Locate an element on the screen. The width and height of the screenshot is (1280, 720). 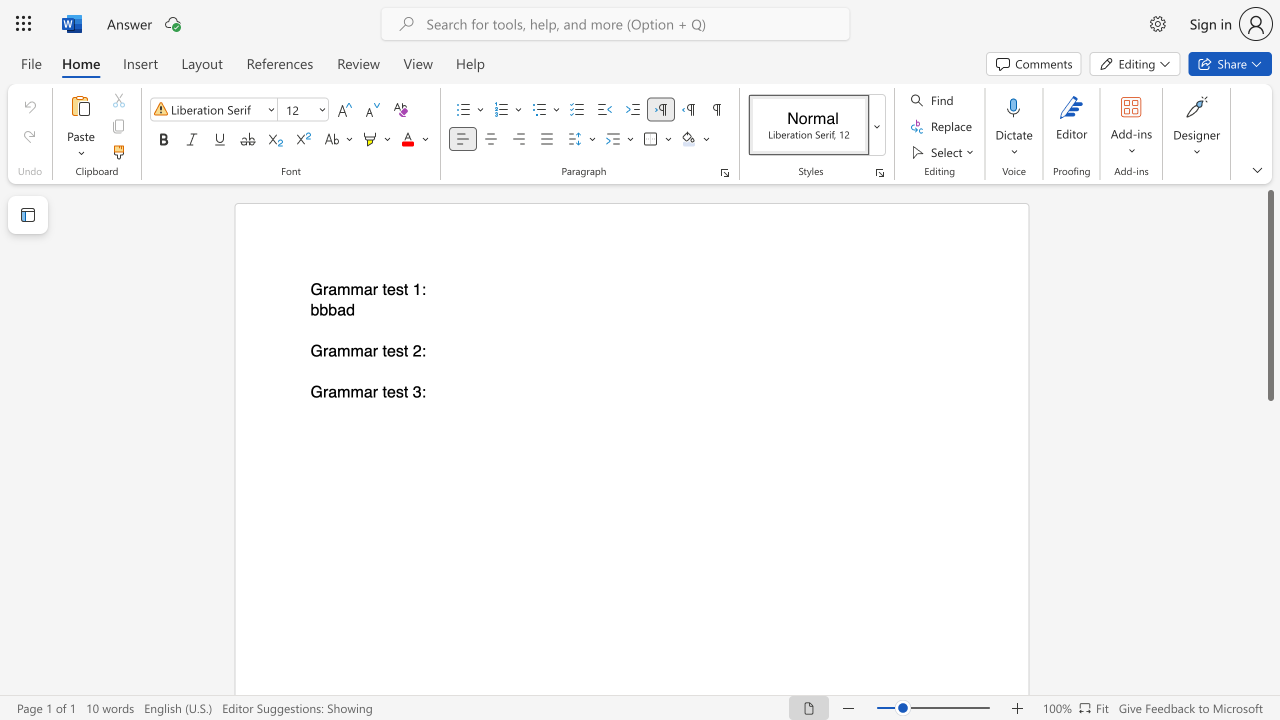
the scrollbar on the right to move the page downward is located at coordinates (1269, 650).